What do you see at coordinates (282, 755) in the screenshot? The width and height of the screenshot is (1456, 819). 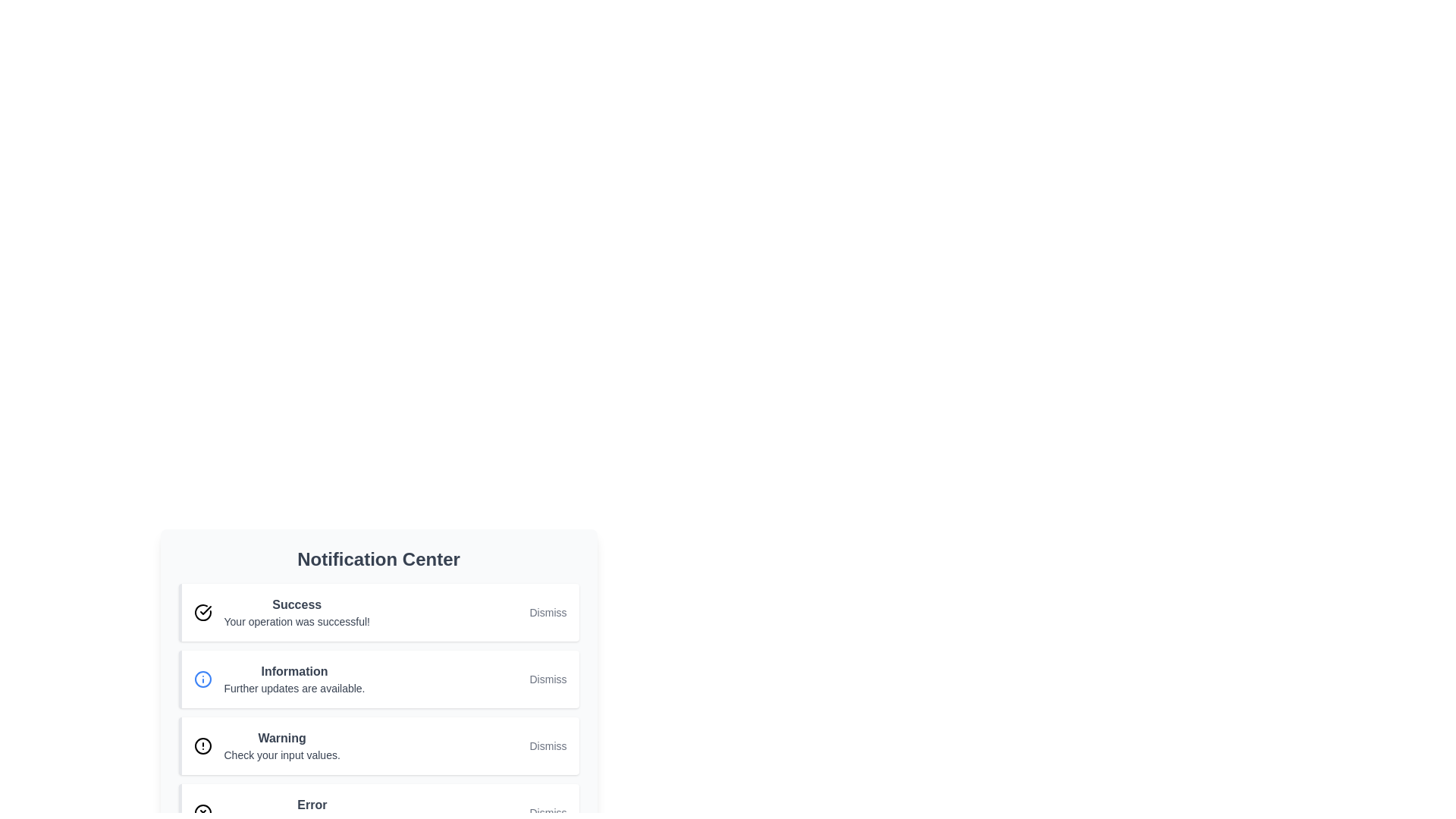 I see `text content of the explanatory Text label located beneath the 'Warning' notification in the interface` at bounding box center [282, 755].